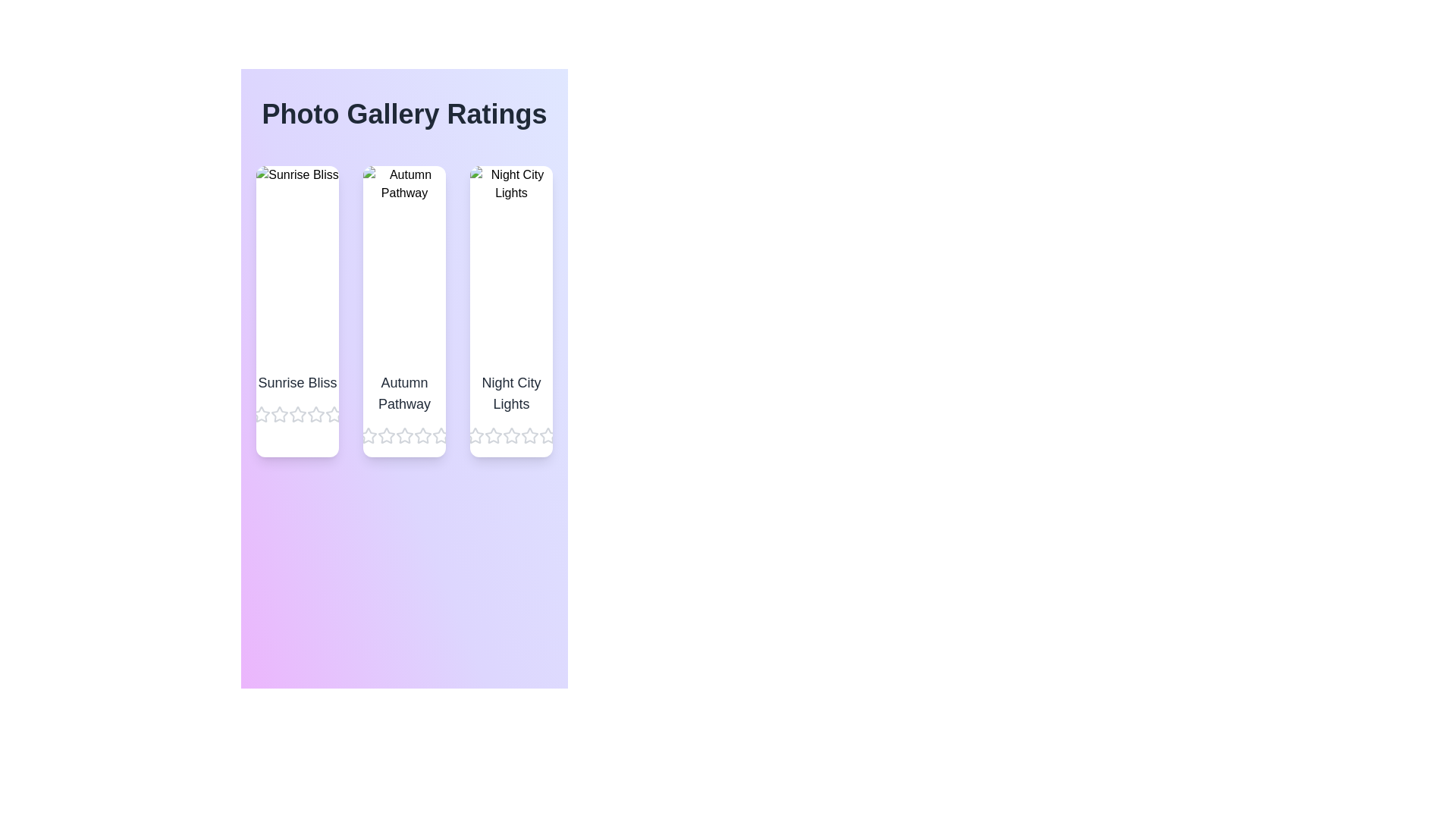 Image resolution: width=1456 pixels, height=819 pixels. What do you see at coordinates (511, 435) in the screenshot?
I see `the star corresponding to 3 stars for the image titled Night City Lights` at bounding box center [511, 435].